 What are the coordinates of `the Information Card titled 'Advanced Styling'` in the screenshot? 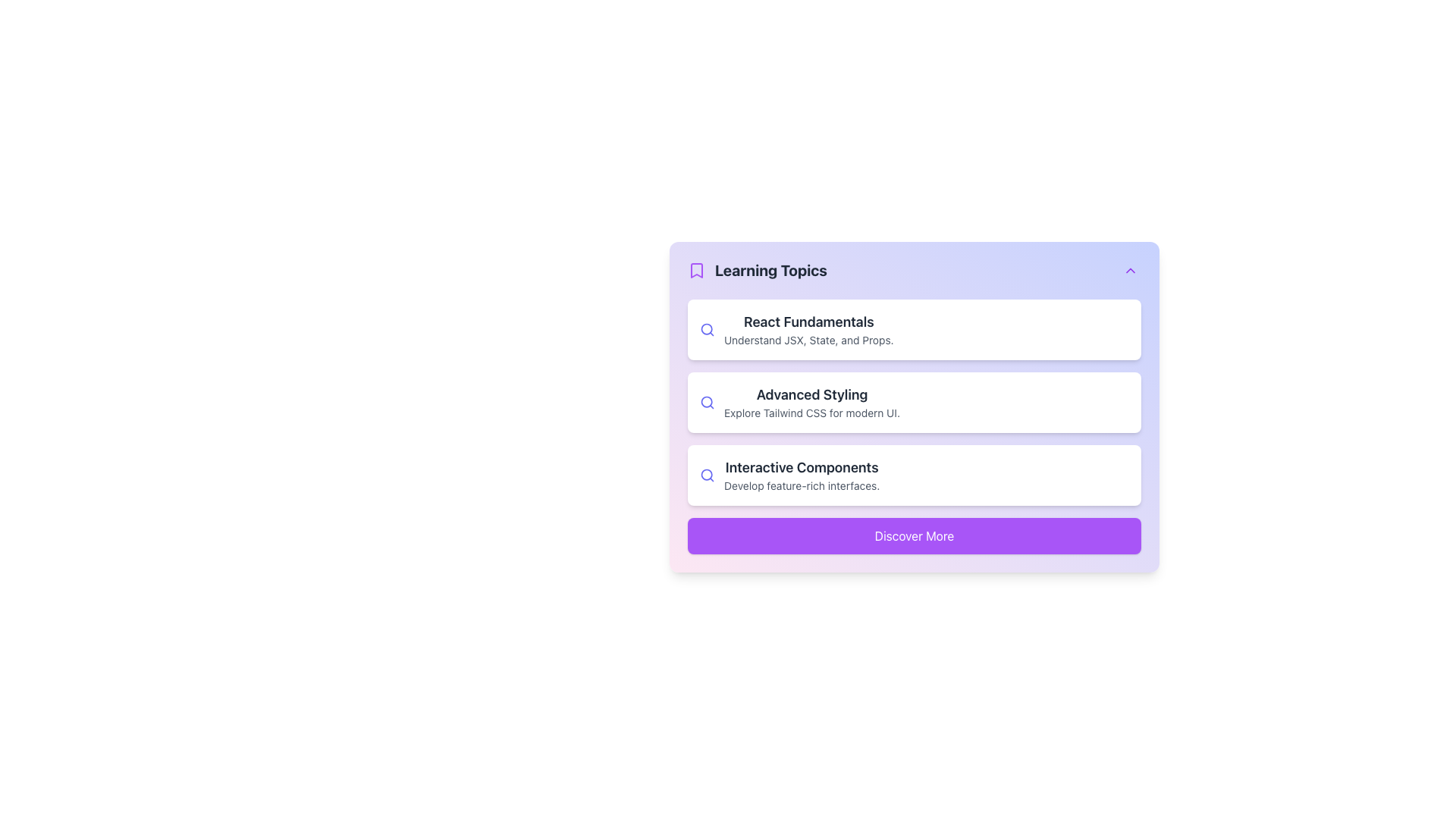 It's located at (913, 402).